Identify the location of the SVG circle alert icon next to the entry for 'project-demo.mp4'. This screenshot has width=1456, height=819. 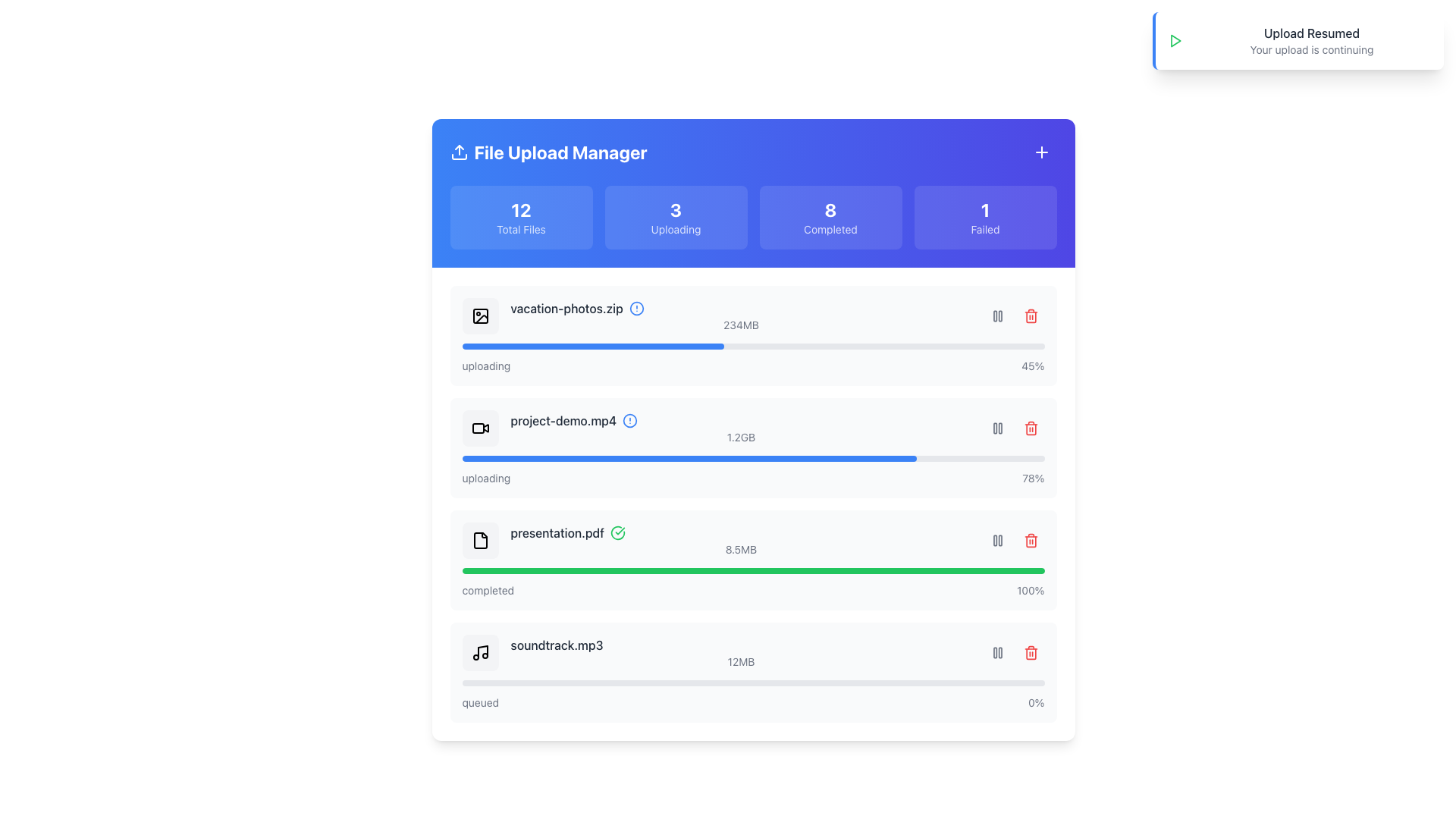
(630, 421).